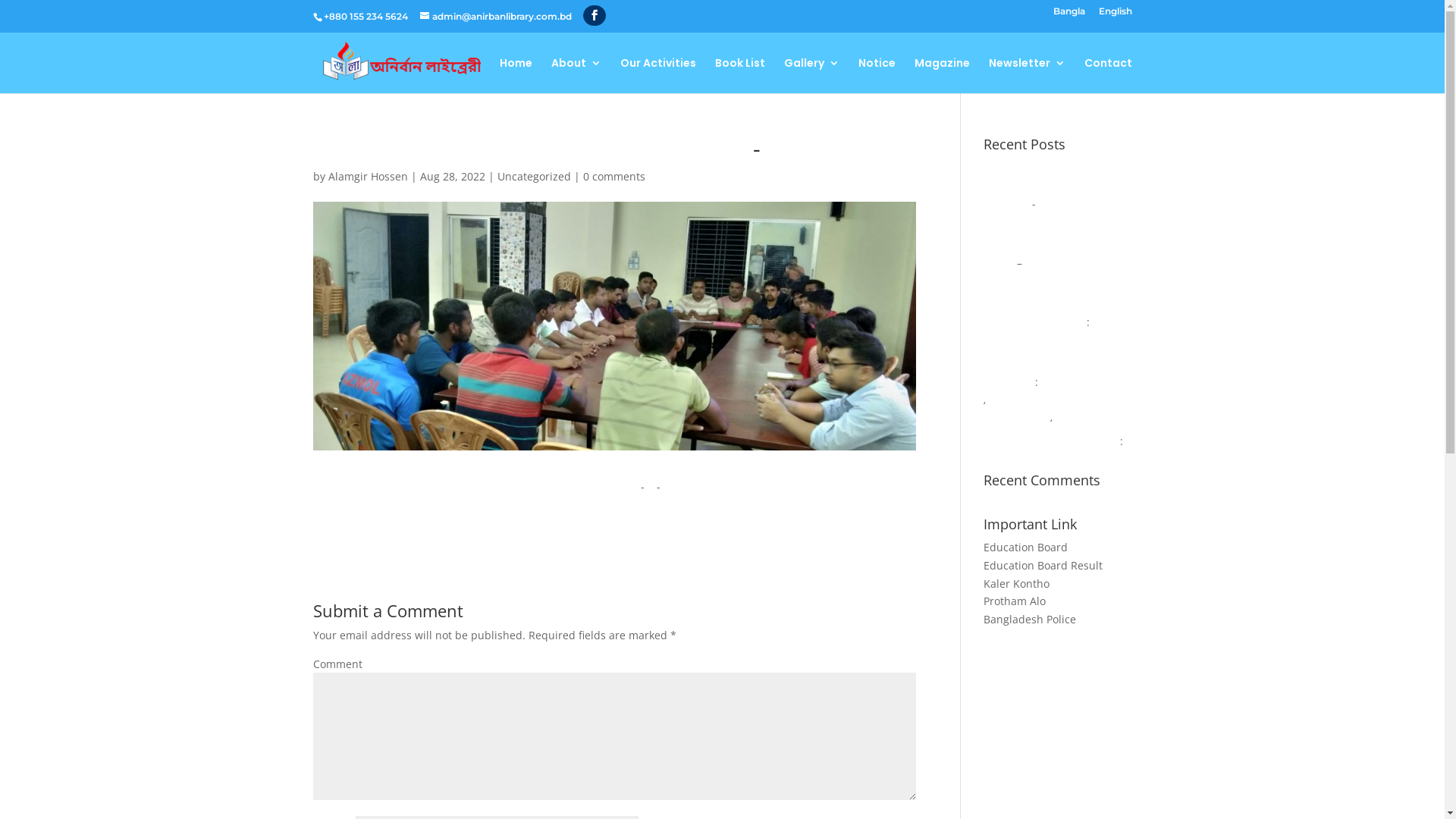 Image resolution: width=1456 pixels, height=819 pixels. I want to click on 'Alamgir Hossen', so click(327, 175).